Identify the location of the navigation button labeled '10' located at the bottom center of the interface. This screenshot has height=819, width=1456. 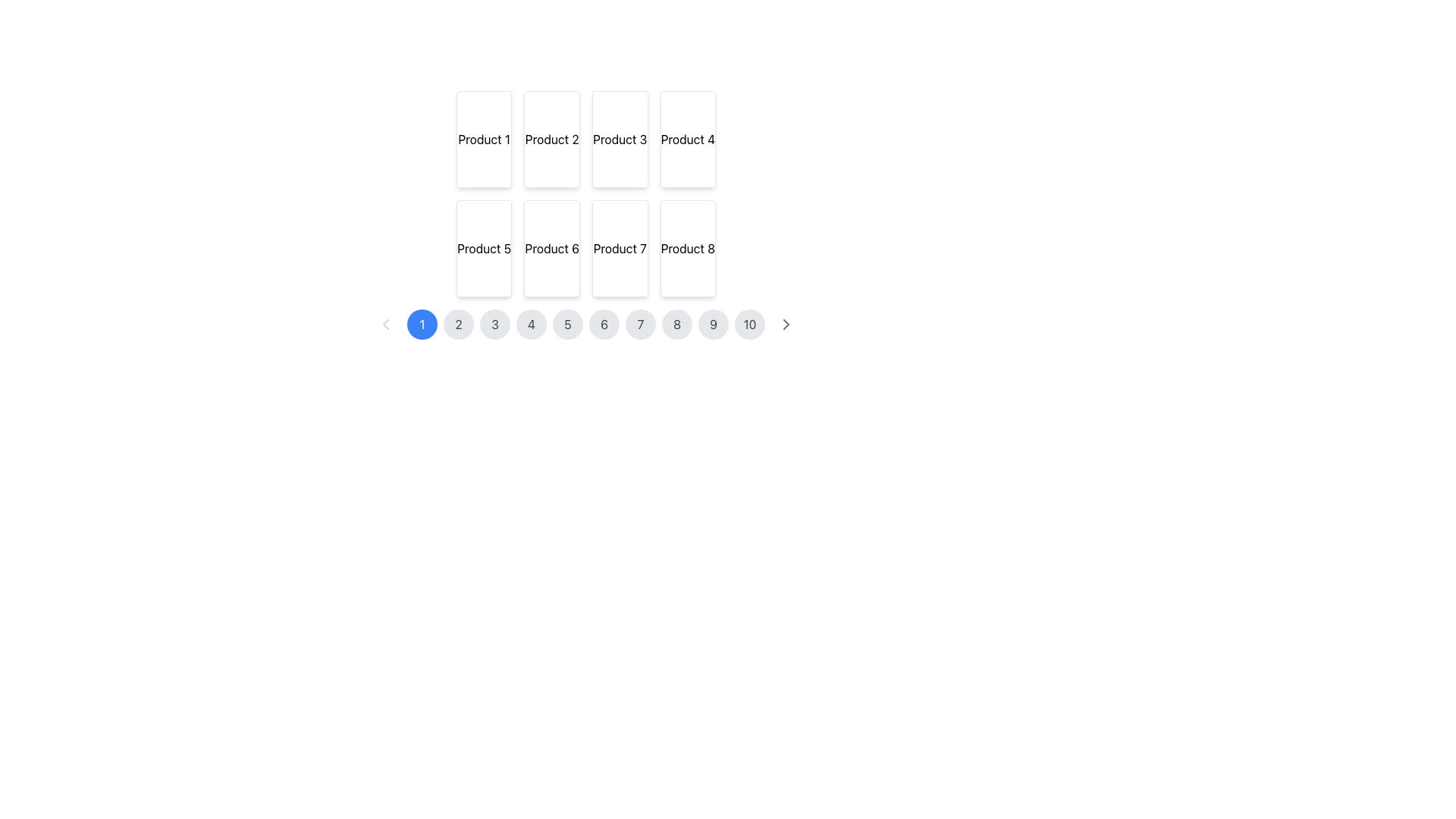
(749, 324).